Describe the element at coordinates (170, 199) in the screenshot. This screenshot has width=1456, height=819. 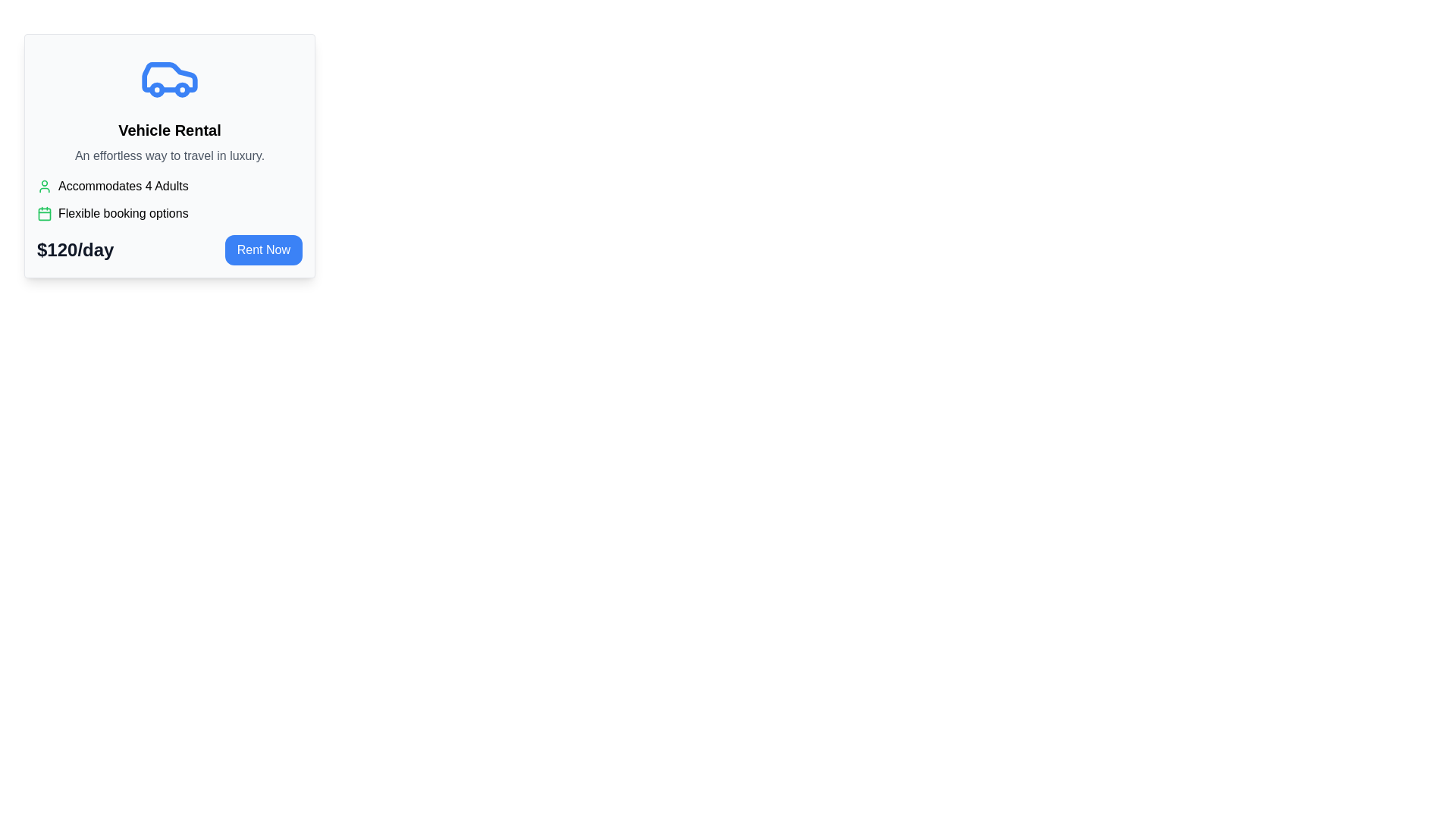
I see `information provided in the descriptive information block about the rental, which details accommodation capacity and booking flexibility, located within the 'Vehicle Rental' card layout` at that location.